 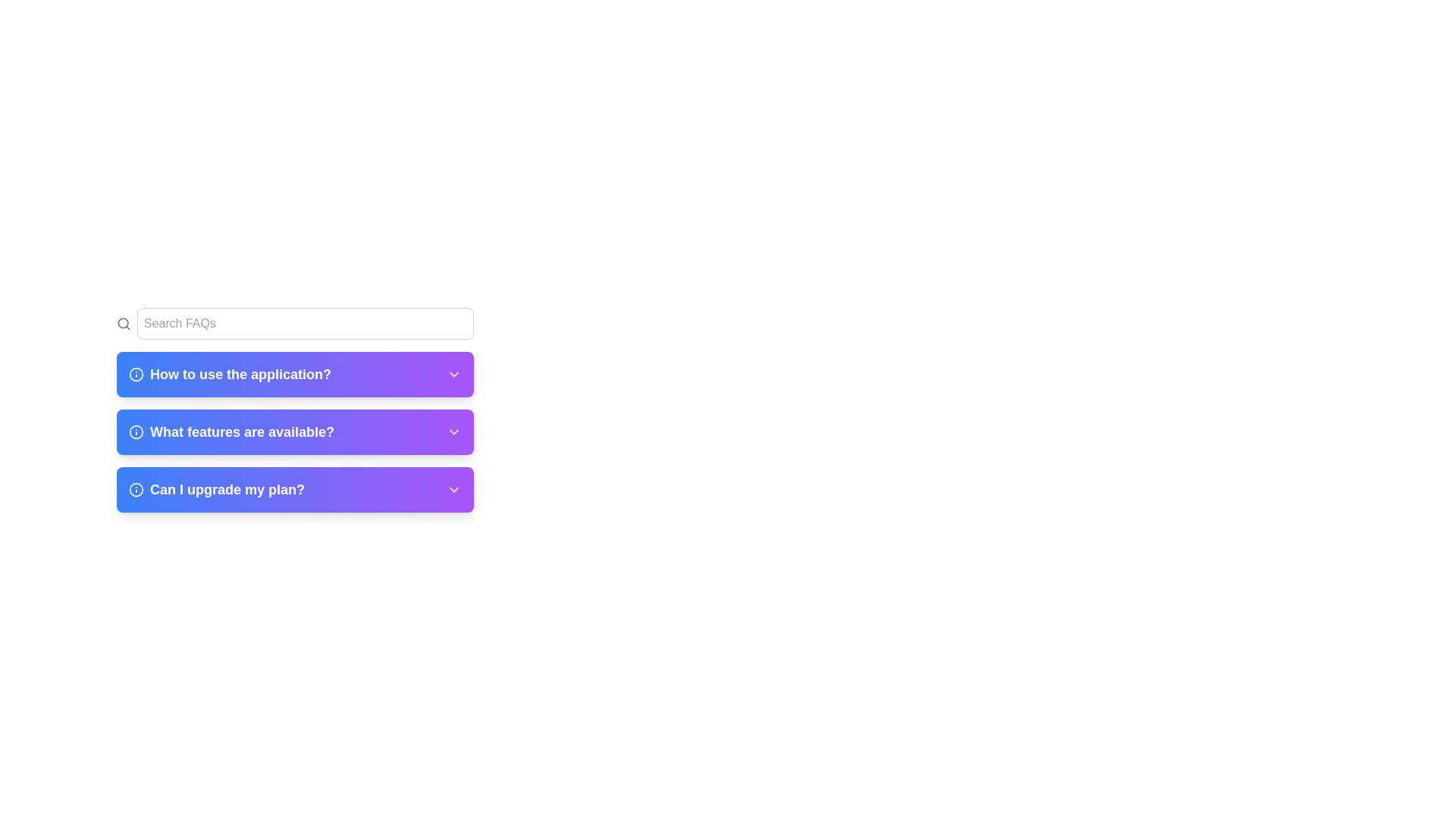 I want to click on the SVG circle element that represents the search icon, located in the top left corner of the interface, next to the search input field, so click(x=123, y=322).